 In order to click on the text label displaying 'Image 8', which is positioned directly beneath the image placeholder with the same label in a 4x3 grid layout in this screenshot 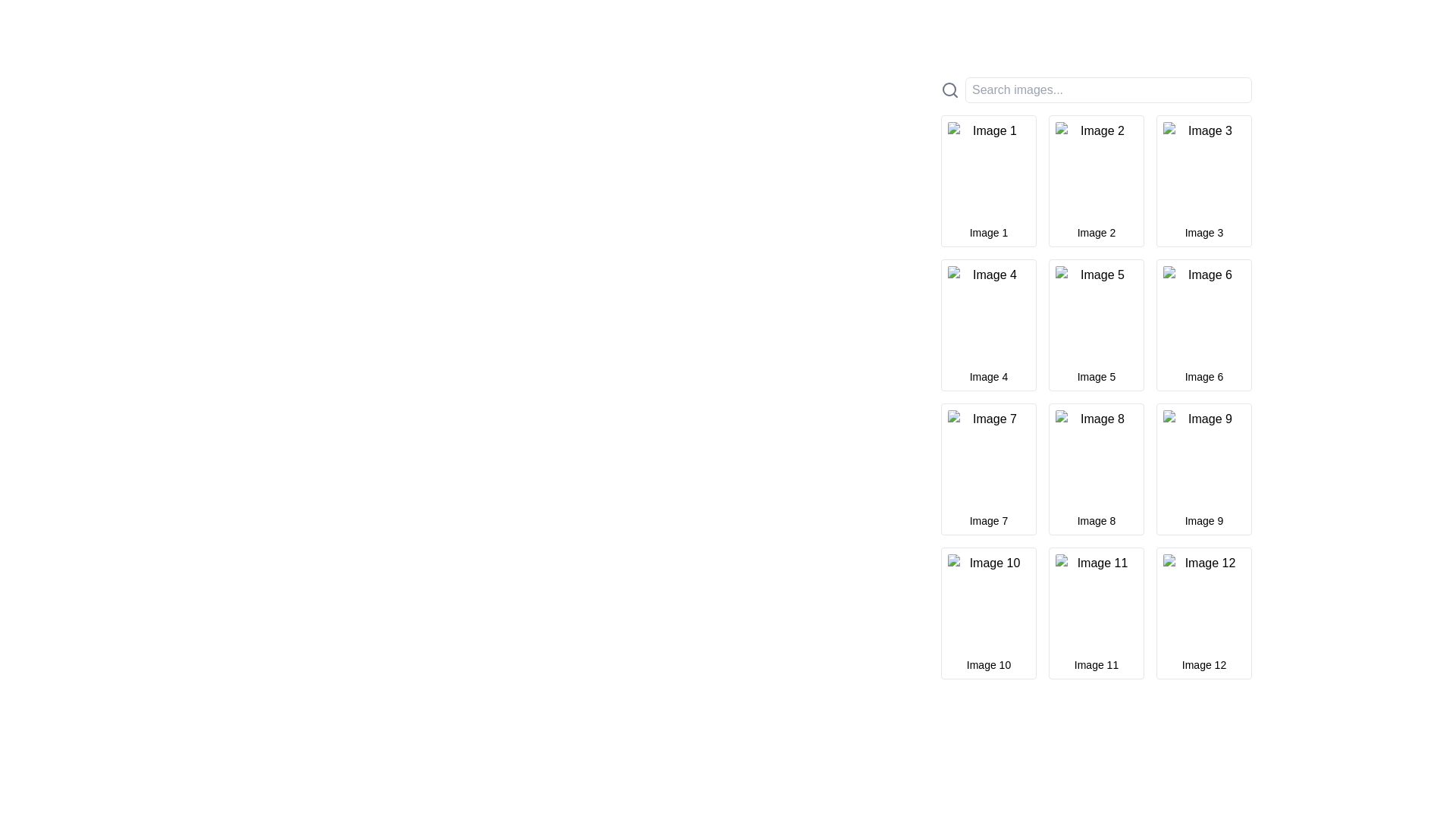, I will do `click(1096, 519)`.